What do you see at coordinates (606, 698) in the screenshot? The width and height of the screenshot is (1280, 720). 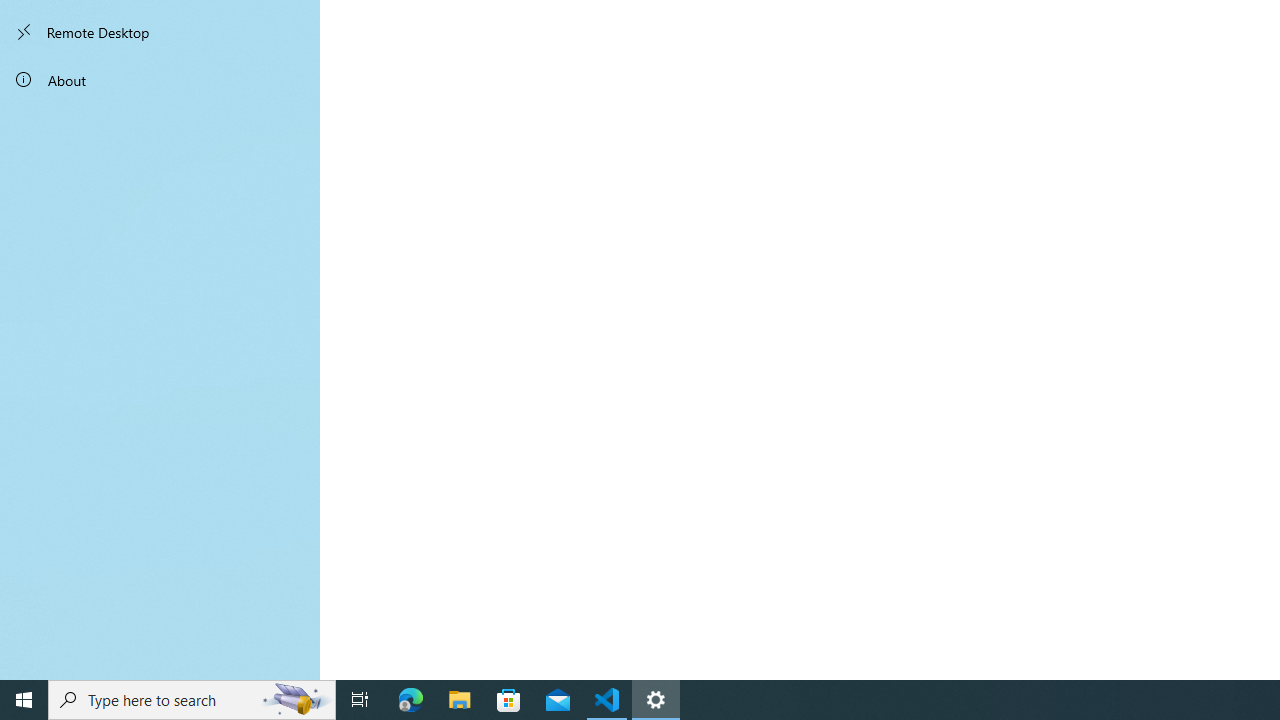 I see `'Visual Studio Code - 1 running window'` at bounding box center [606, 698].